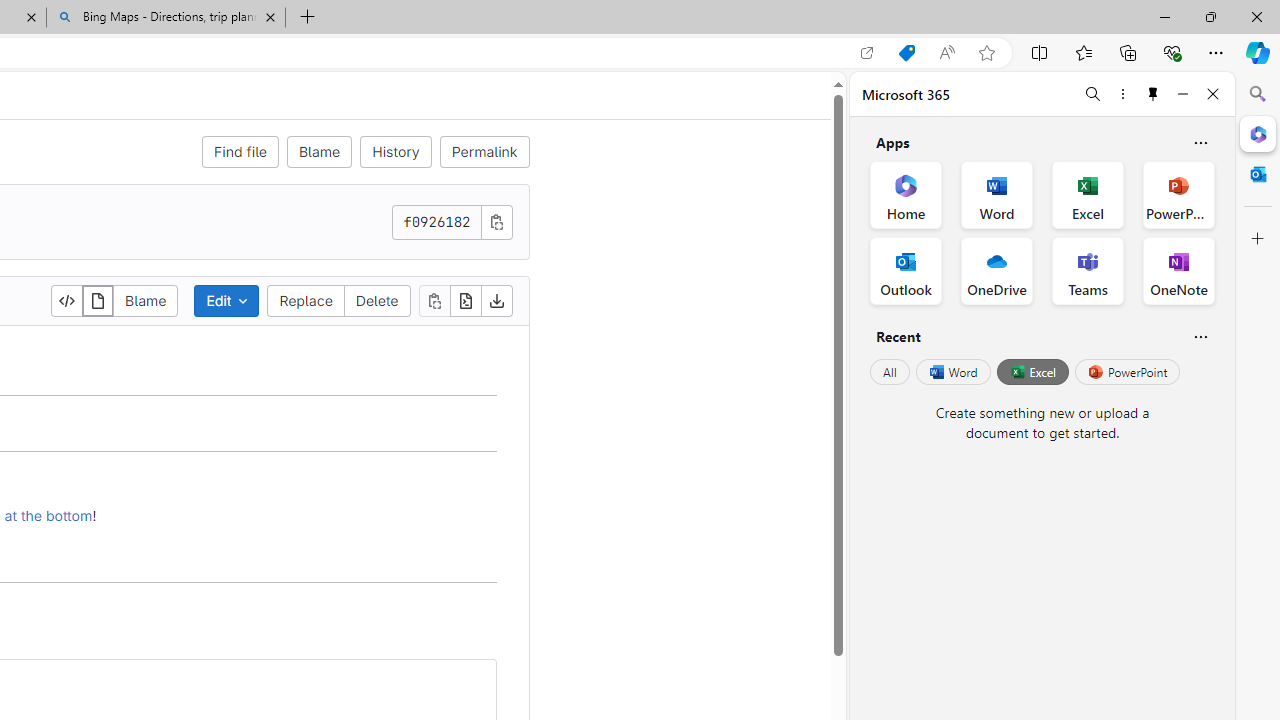 This screenshot has width=1280, height=720. What do you see at coordinates (305, 300) in the screenshot?
I see `'Replace'` at bounding box center [305, 300].